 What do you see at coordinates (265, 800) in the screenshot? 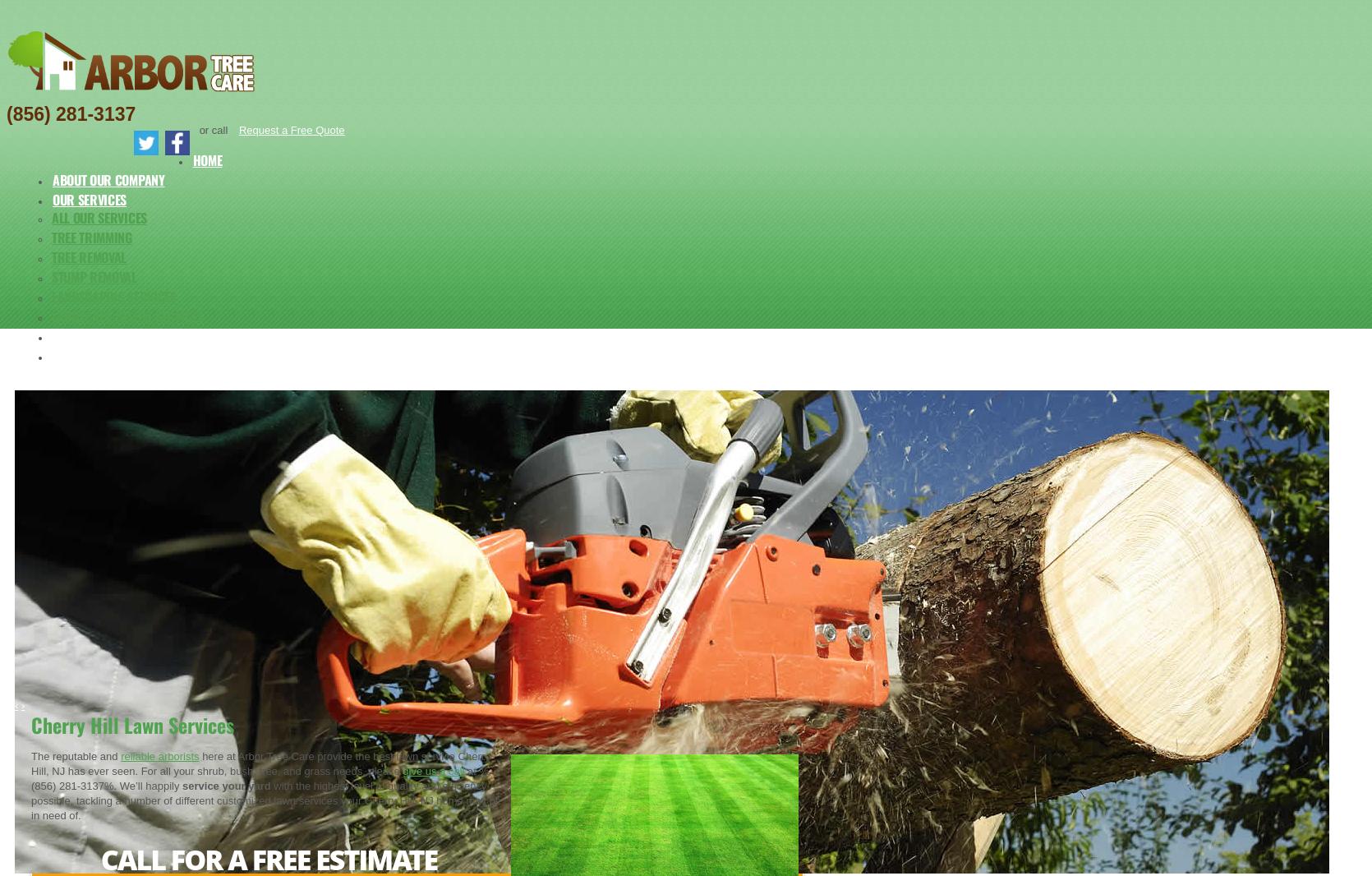
I see `'with the highest level of quality and efficiency possible, tackling a number of different customized lawn services your Cherry Hill, NJ home may be in need of.'` at bounding box center [265, 800].